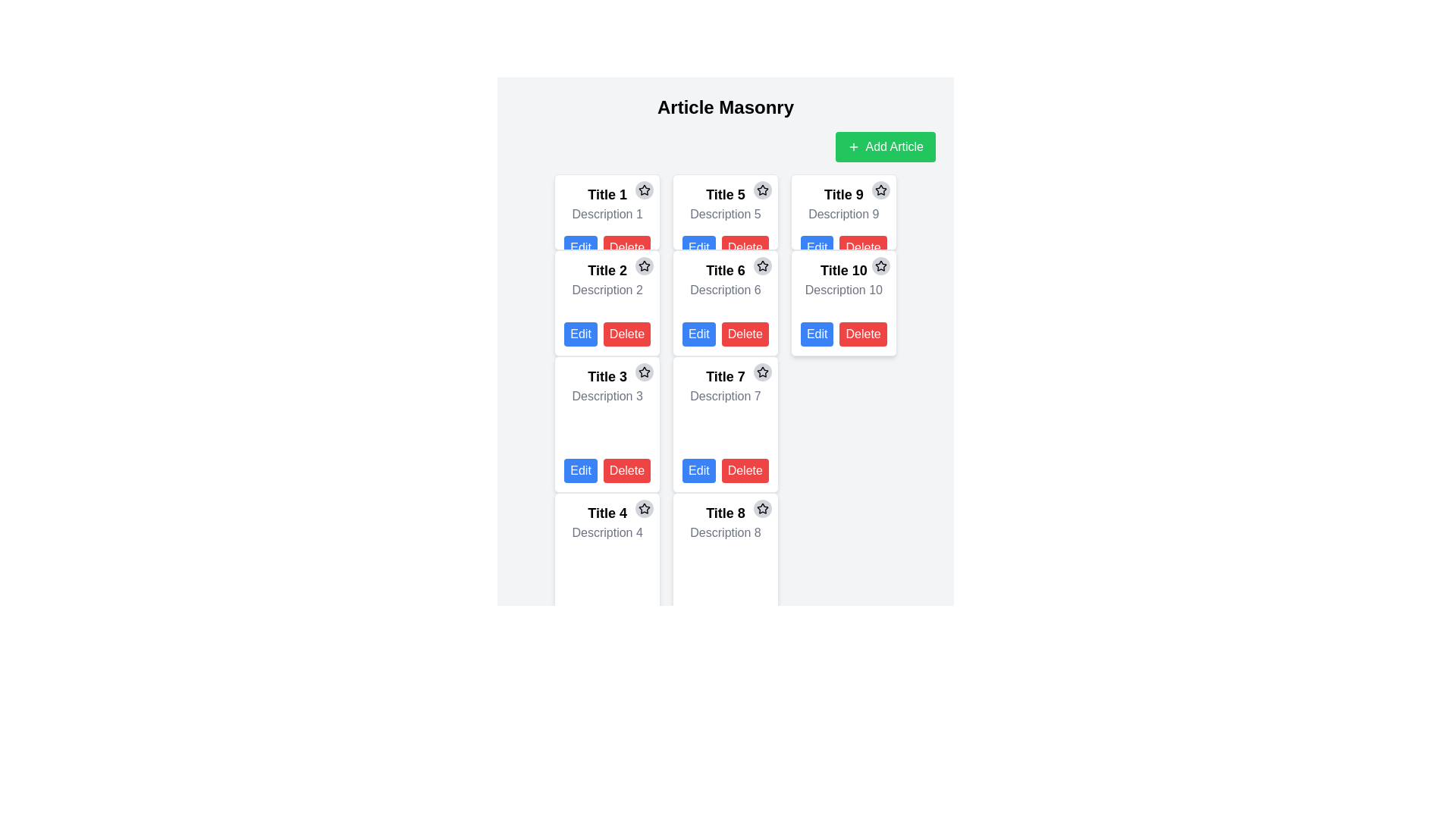  I want to click on the circular icon with a gray background and black outlined star located at the top-right corner of the card titled 'Title 5', so click(762, 189).